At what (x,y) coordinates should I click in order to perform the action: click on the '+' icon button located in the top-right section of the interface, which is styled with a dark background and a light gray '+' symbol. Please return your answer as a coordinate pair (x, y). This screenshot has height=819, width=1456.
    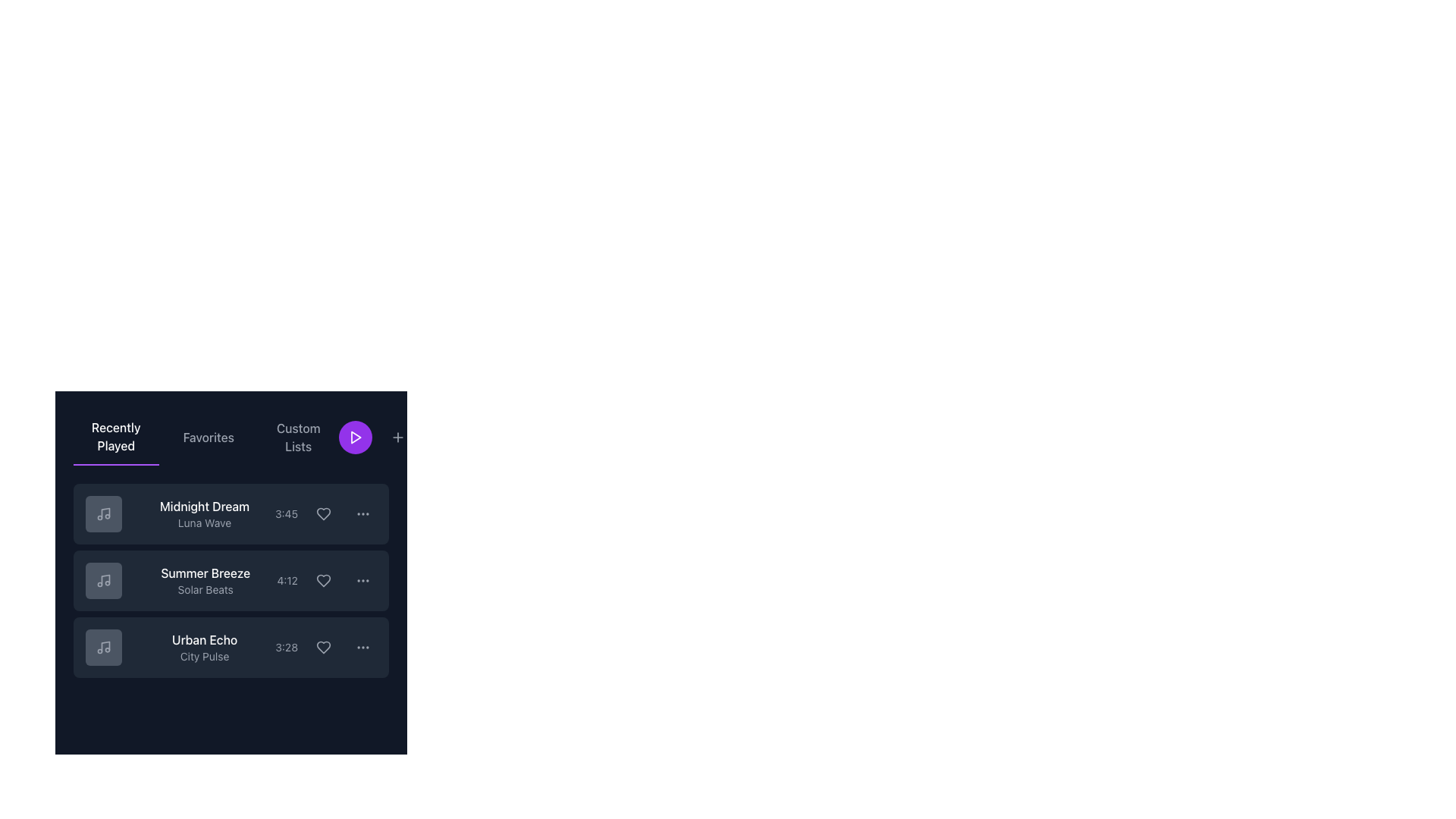
    Looking at the image, I should click on (397, 438).